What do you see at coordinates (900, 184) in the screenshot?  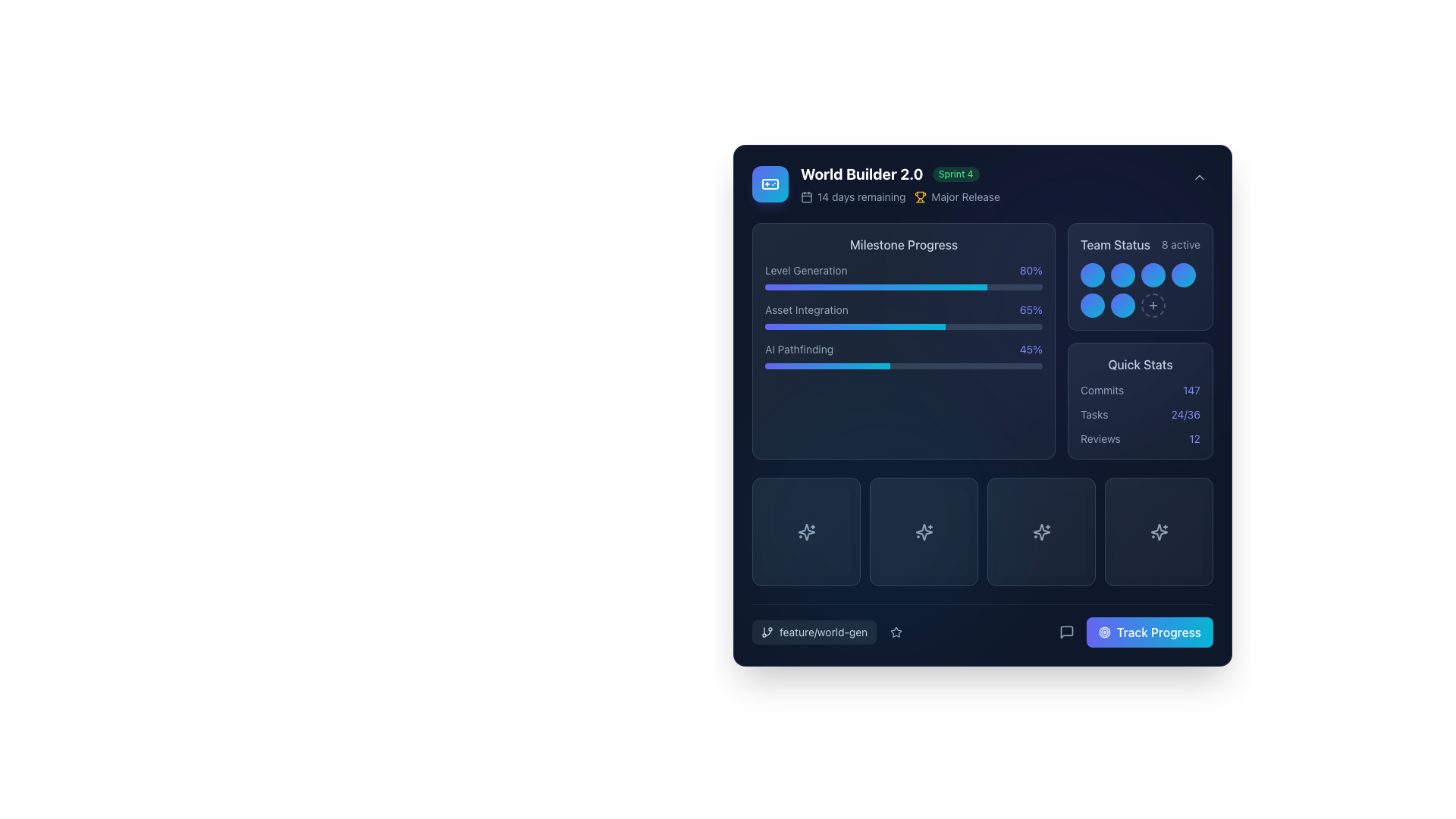 I see `the composite UI element labeled 'World Builder 2.0' with the green badge 'Sprint 4' and the note '14 days remaining Major Release' for focus` at bounding box center [900, 184].